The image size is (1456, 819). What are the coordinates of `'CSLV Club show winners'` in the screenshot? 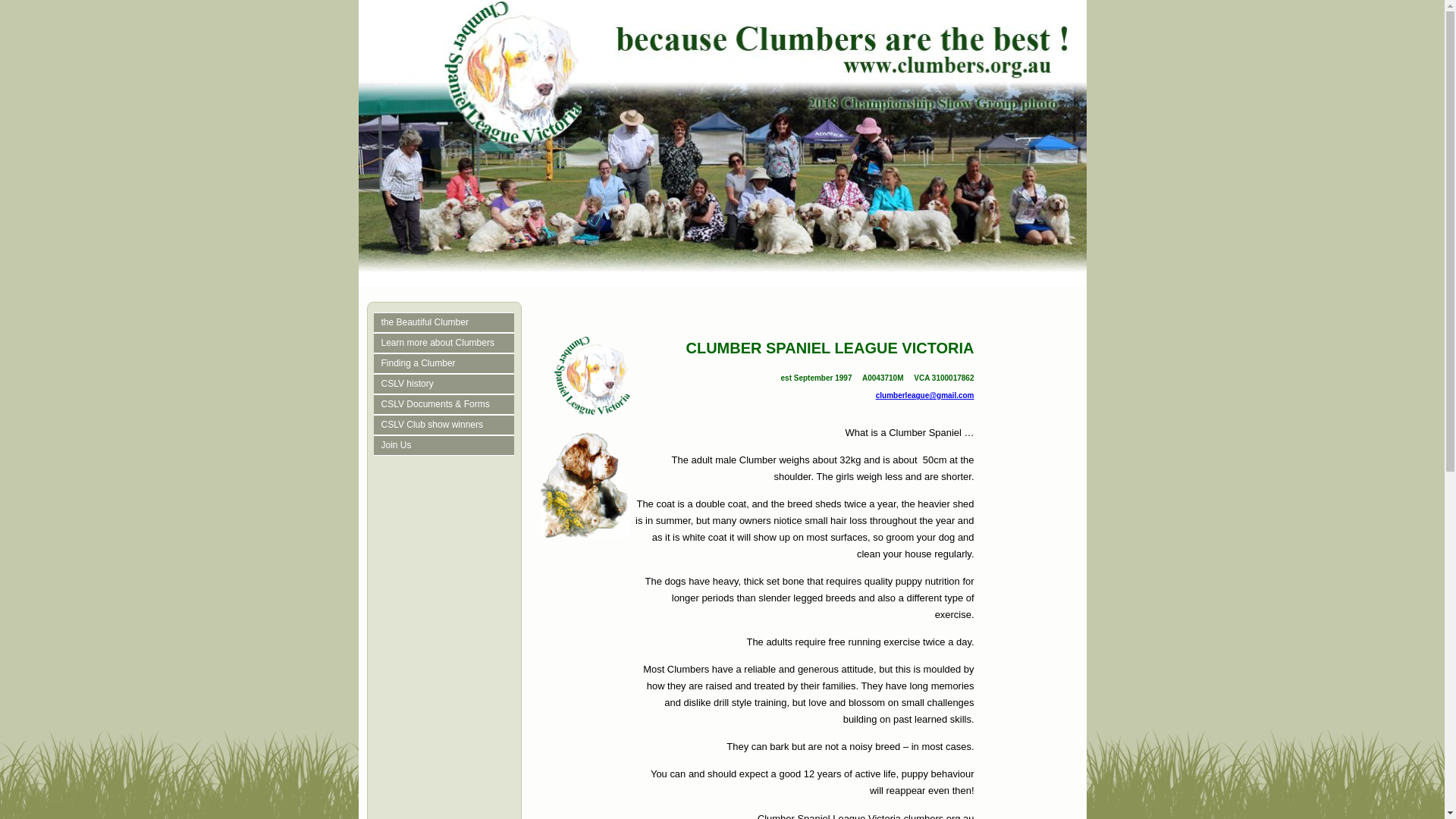 It's located at (446, 425).